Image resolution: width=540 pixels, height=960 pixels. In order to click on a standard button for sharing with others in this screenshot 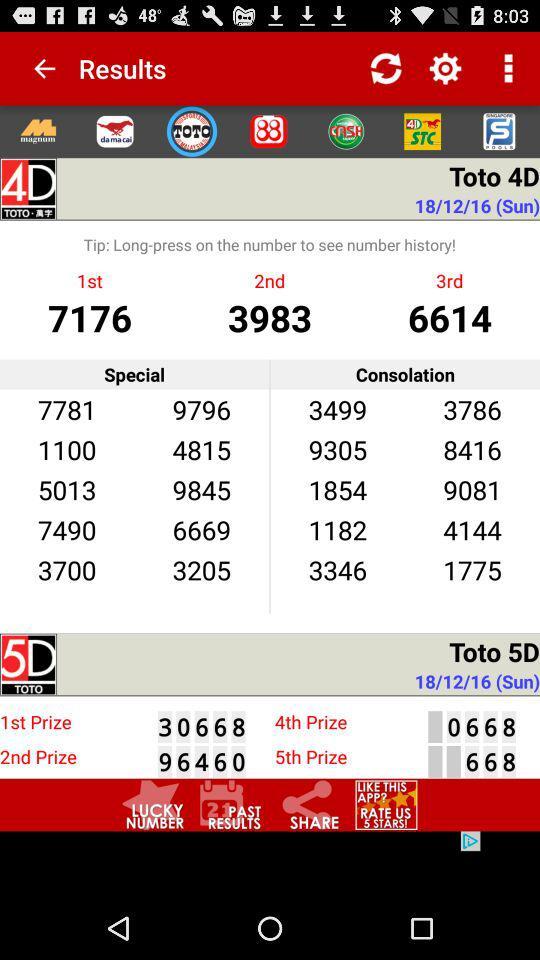, I will do `click(308, 805)`.